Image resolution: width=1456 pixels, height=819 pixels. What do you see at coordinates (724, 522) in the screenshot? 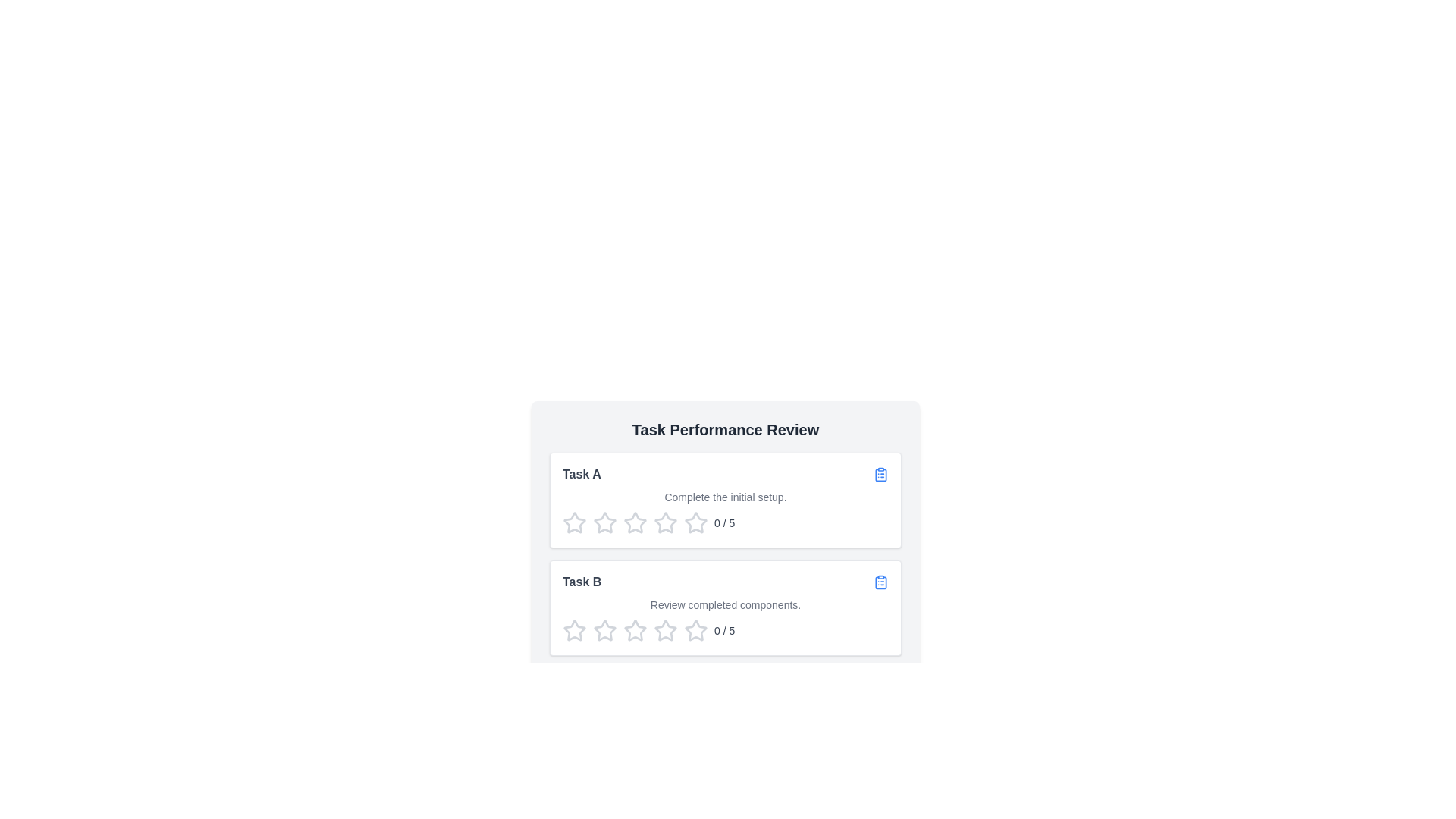
I see `the Rating indicator text located to the right of the five star icons in the 'Task AComplete the initial setup.' section` at bounding box center [724, 522].